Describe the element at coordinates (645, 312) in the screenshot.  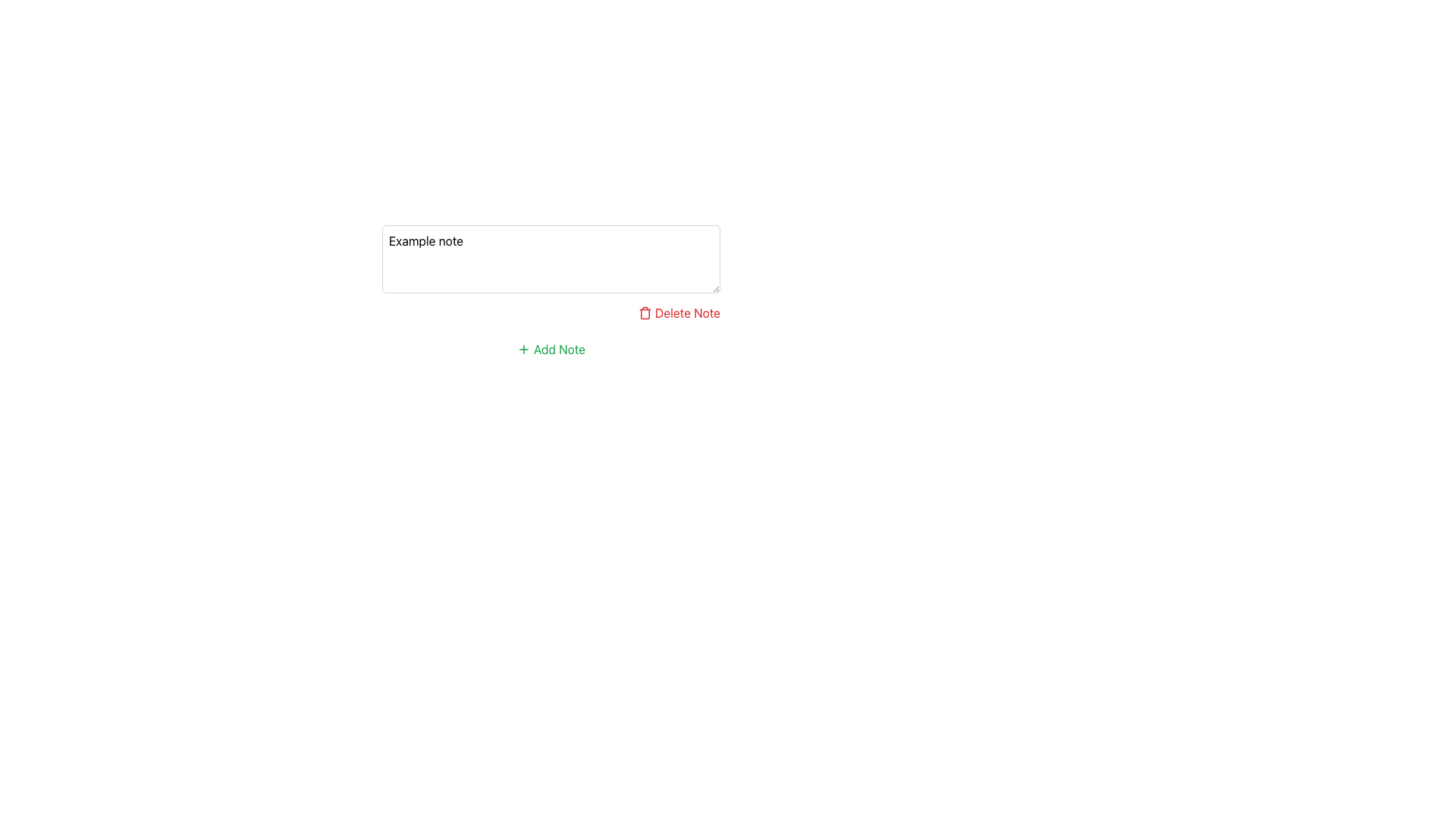
I see `the red trash can icon` at that location.